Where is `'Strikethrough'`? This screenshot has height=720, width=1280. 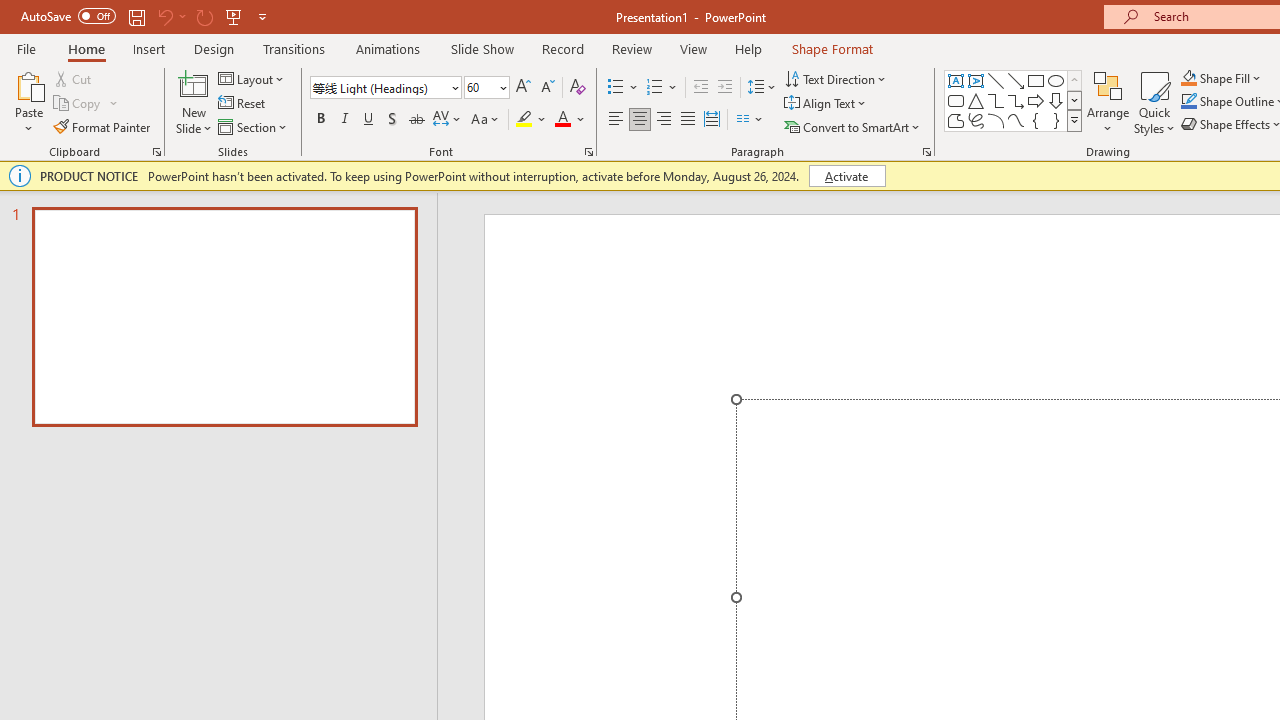 'Strikethrough' is located at coordinates (415, 119).